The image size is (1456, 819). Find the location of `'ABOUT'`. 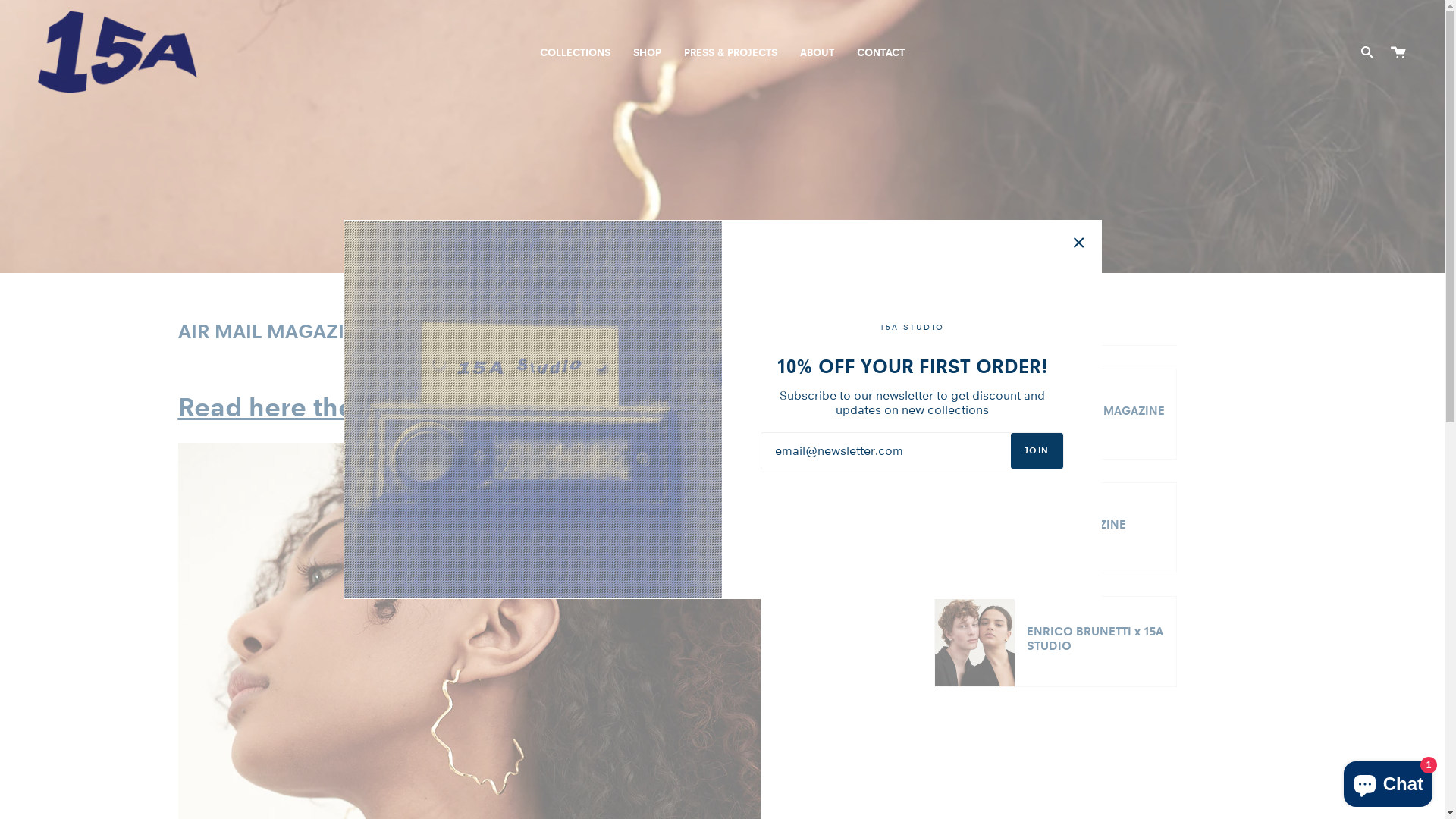

'ABOUT' is located at coordinates (816, 51).